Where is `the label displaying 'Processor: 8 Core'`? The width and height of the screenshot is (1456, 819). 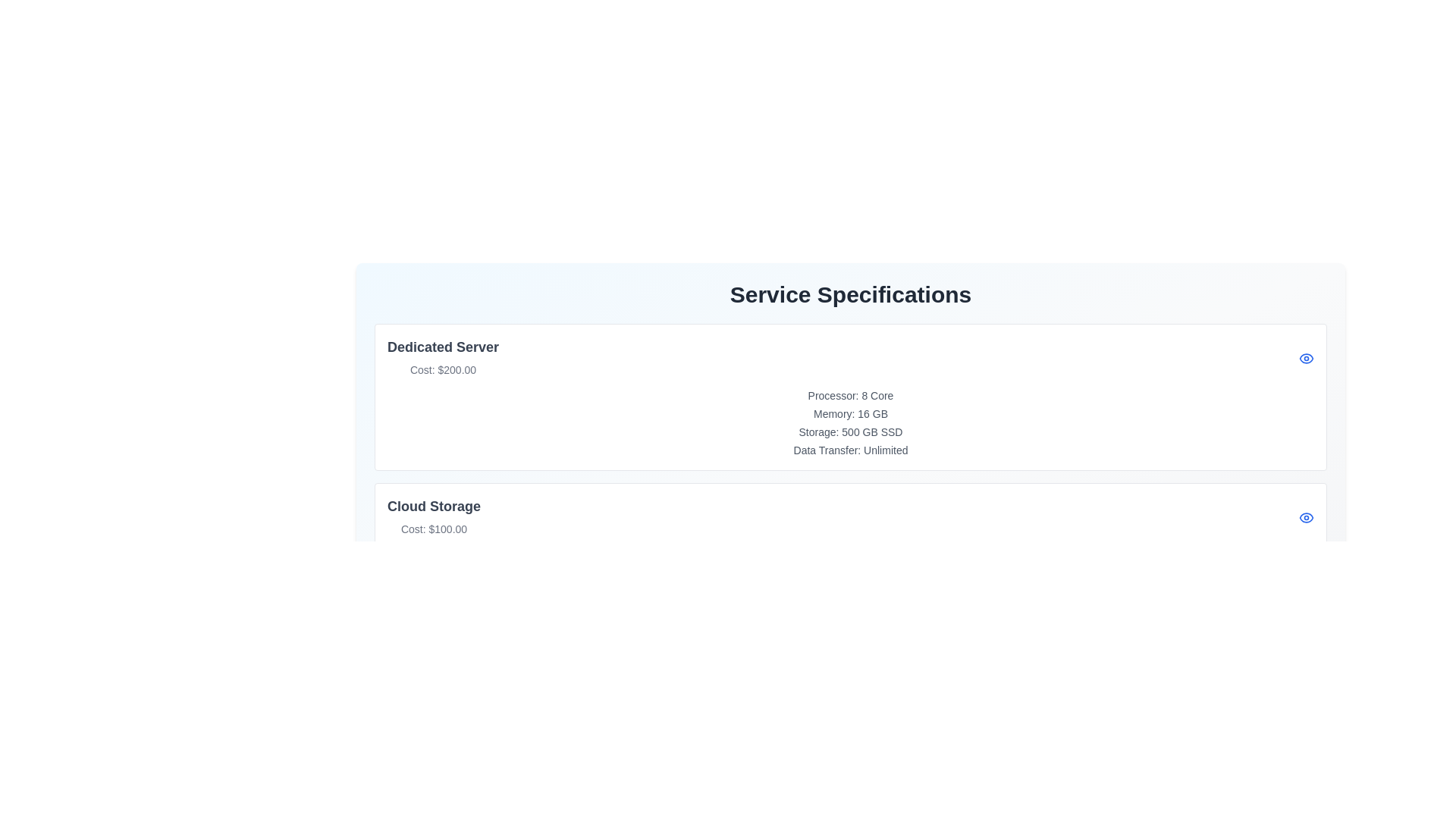 the label displaying 'Processor: 8 Core' is located at coordinates (851, 394).